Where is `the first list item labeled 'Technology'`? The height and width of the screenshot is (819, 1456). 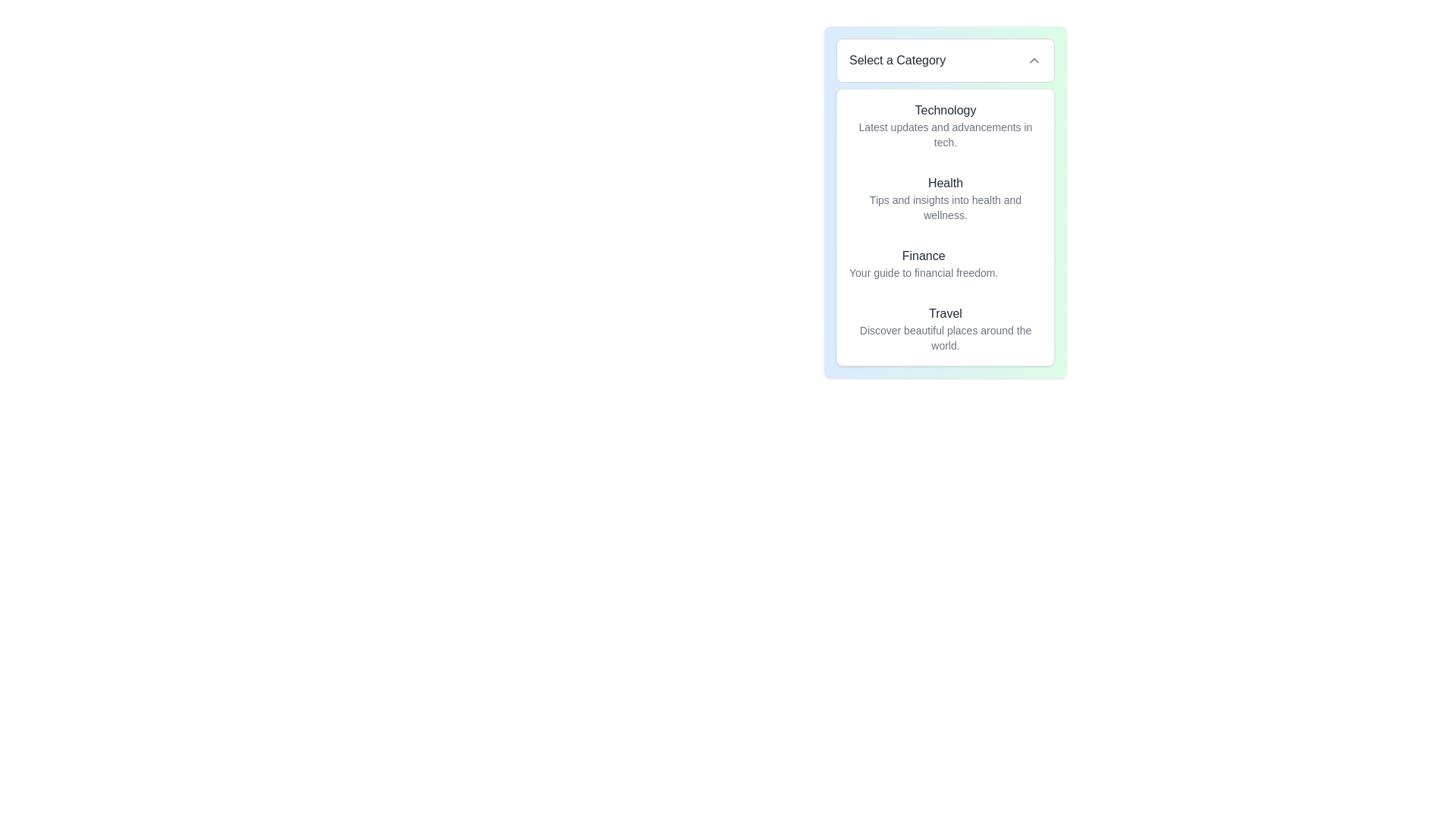
the first list item labeled 'Technology' is located at coordinates (945, 124).